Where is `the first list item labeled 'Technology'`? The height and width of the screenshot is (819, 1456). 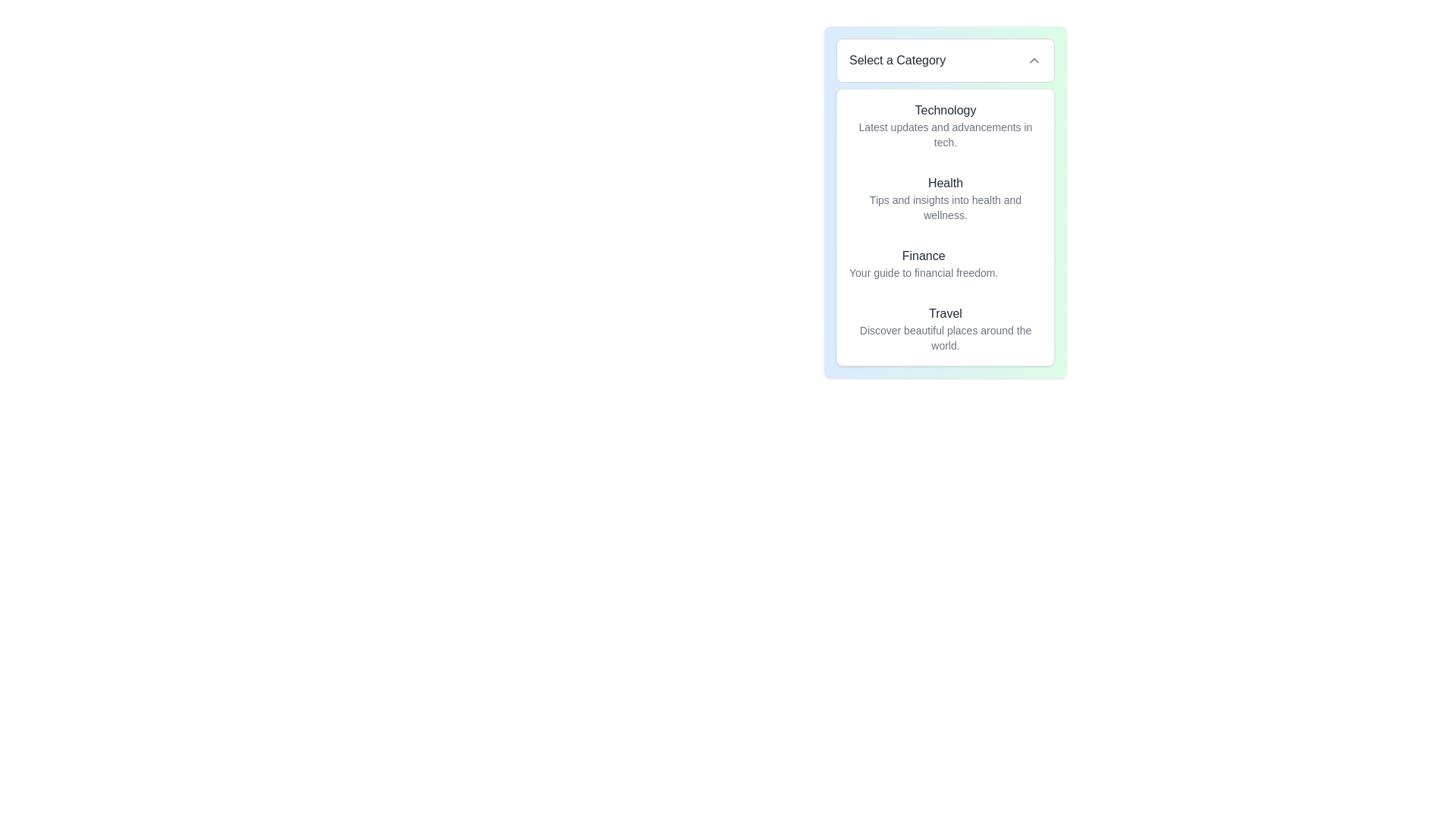
the first list item labeled 'Technology' is located at coordinates (945, 124).